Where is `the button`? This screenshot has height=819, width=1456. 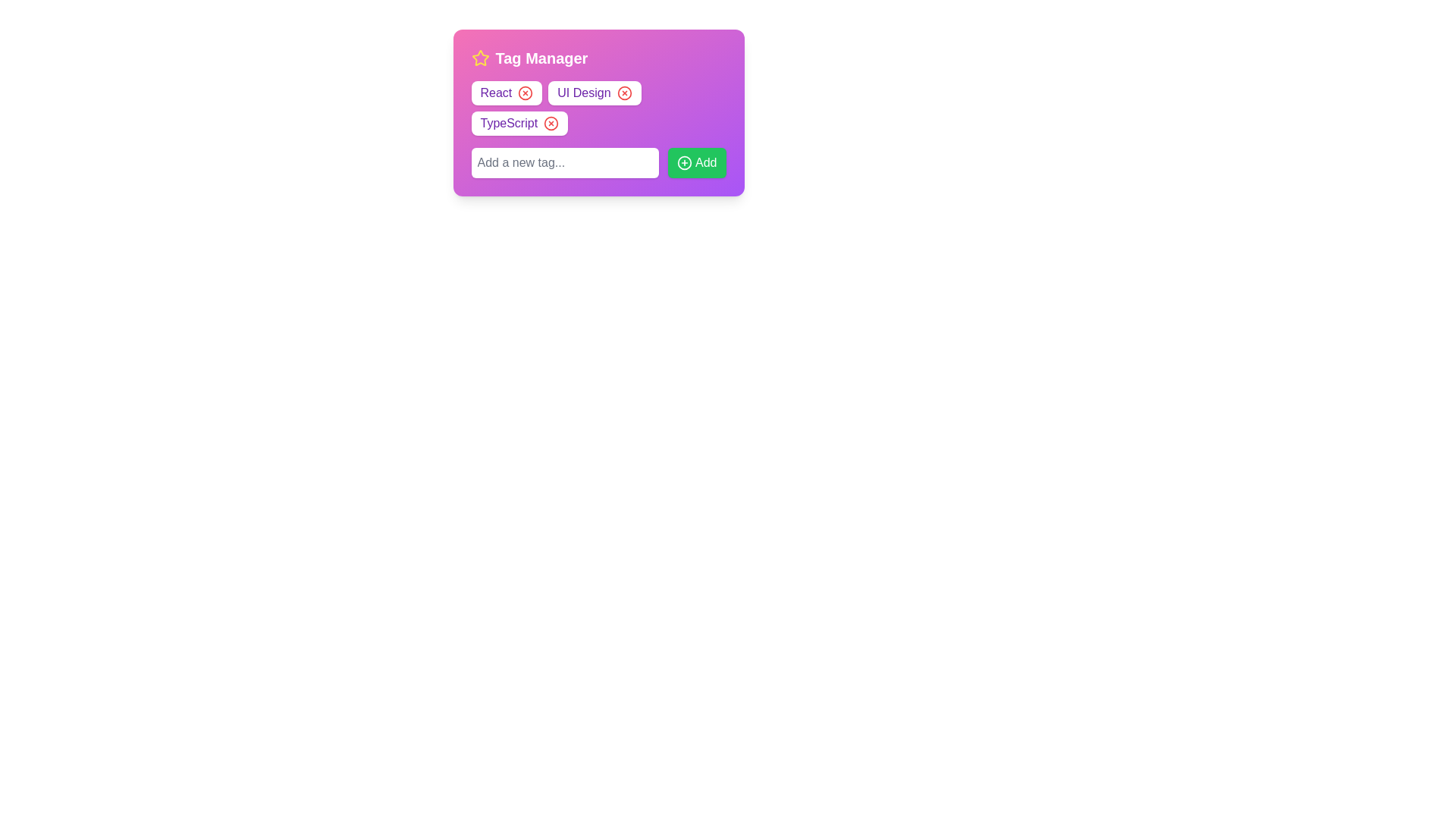
the button is located at coordinates (551, 122).